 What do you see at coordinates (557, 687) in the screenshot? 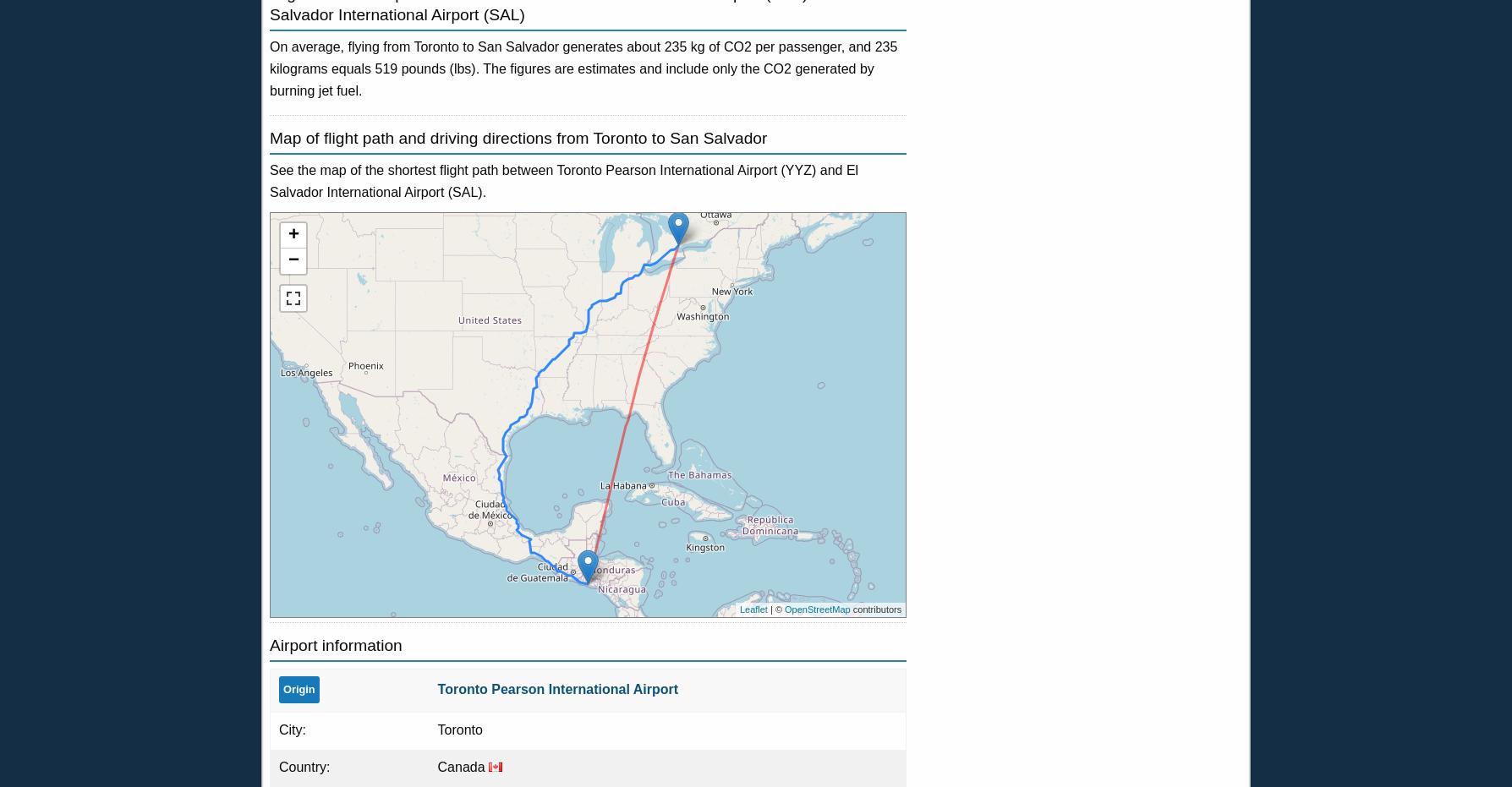
I see `'Toronto Pearson International Airport'` at bounding box center [557, 687].